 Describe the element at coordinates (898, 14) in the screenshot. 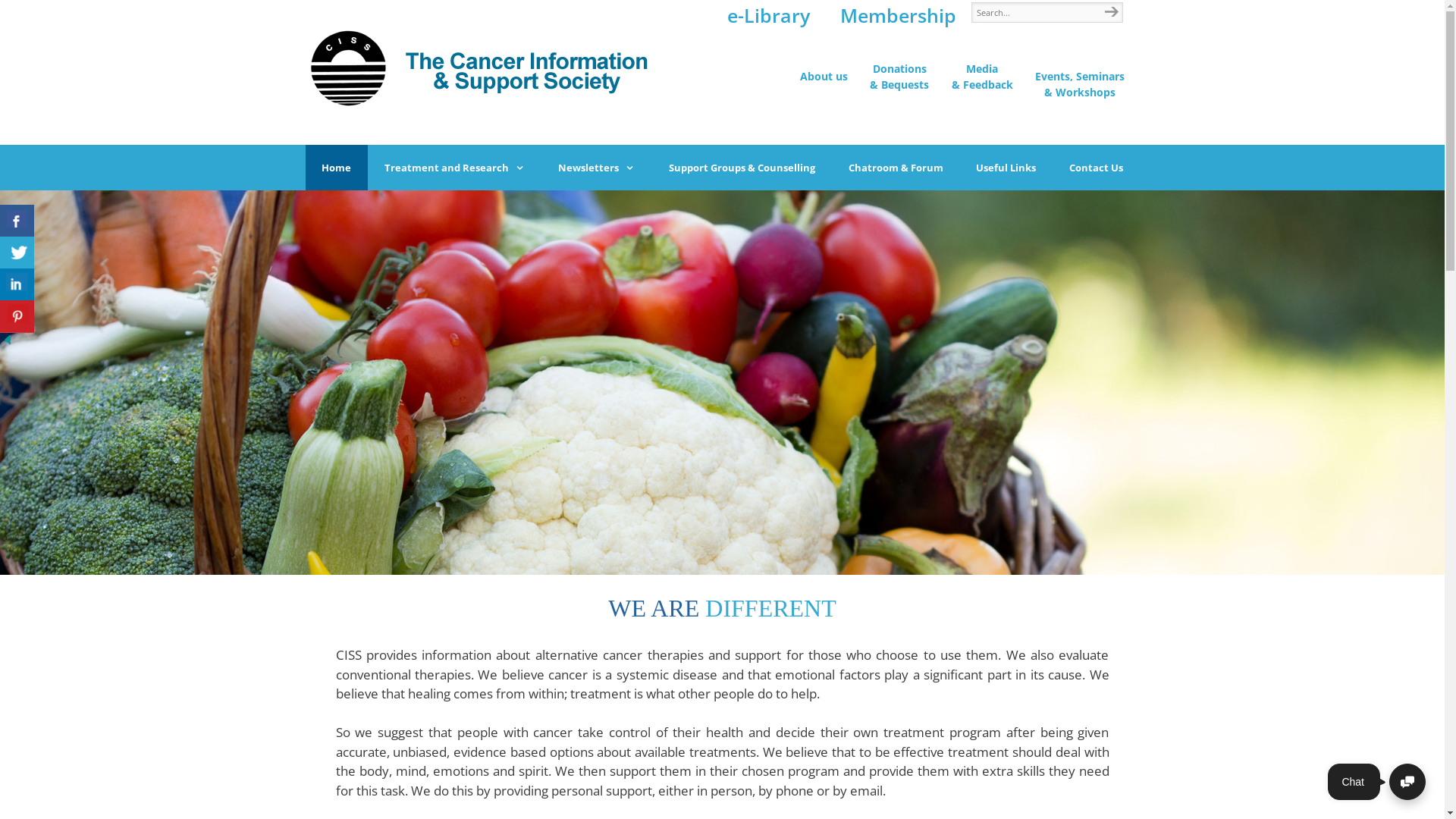

I see `'Membership'` at that location.